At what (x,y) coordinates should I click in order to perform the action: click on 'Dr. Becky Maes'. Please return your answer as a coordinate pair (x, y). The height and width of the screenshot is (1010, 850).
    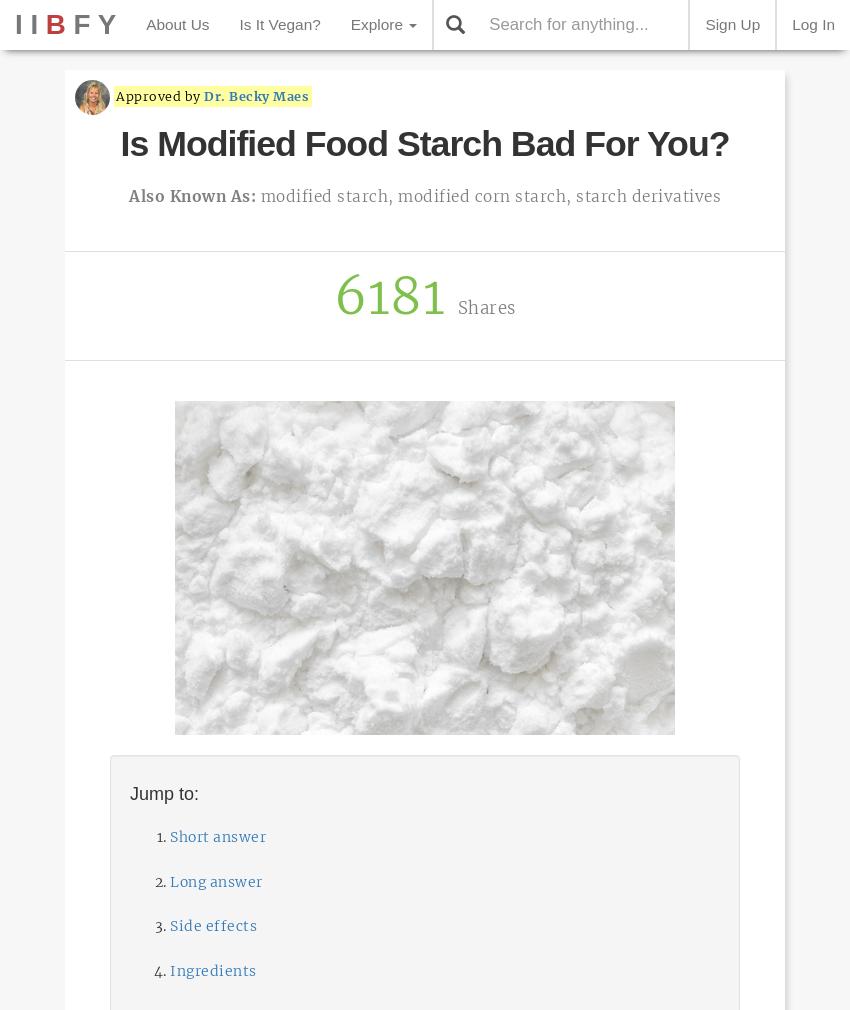
    Looking at the image, I should click on (255, 95).